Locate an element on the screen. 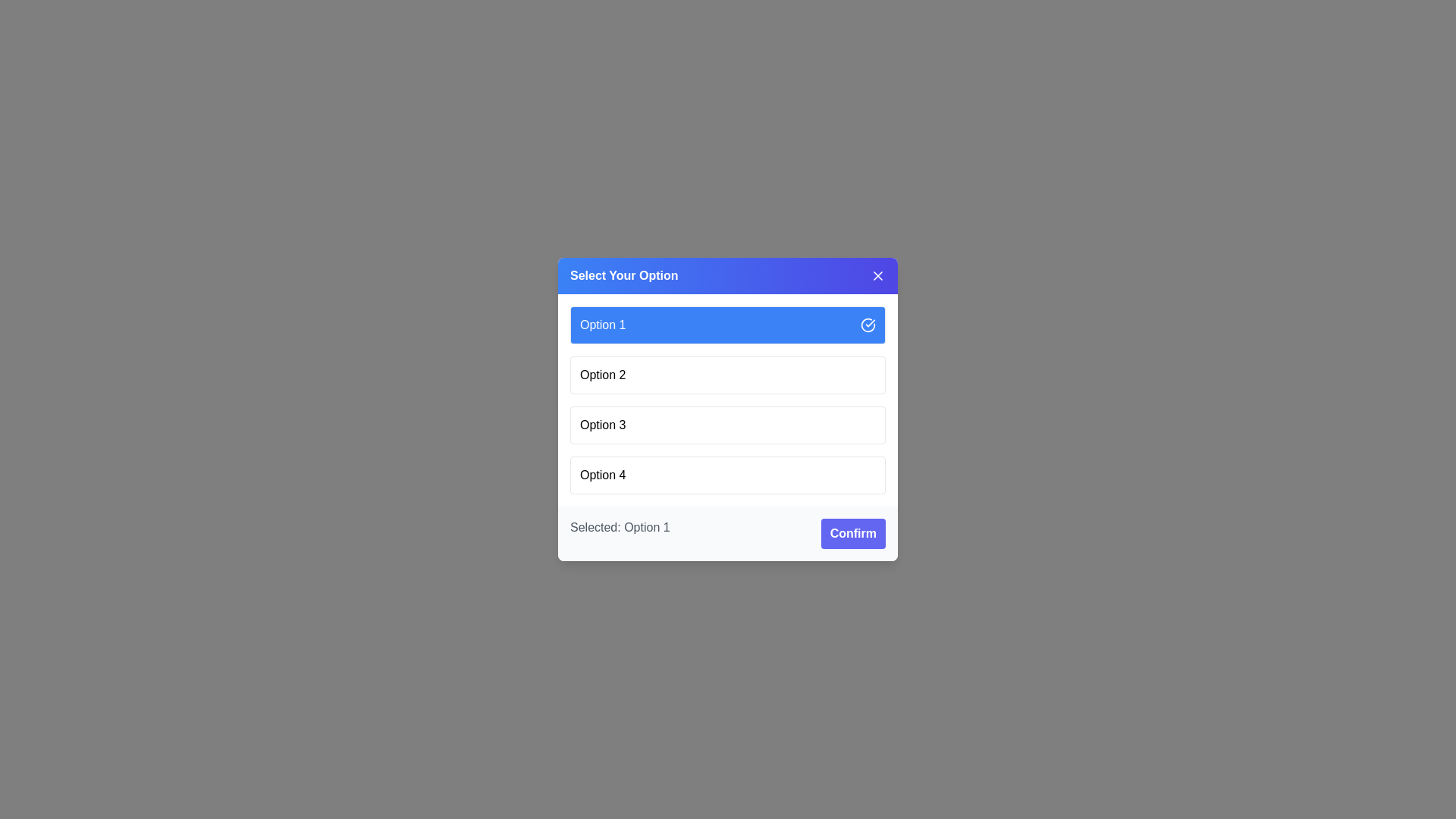 The height and width of the screenshot is (819, 1456). the close button icon, represented by a small cross or 'X', located at the top-right corner of the dialog box labeled 'Select Your Option' is located at coordinates (877, 275).